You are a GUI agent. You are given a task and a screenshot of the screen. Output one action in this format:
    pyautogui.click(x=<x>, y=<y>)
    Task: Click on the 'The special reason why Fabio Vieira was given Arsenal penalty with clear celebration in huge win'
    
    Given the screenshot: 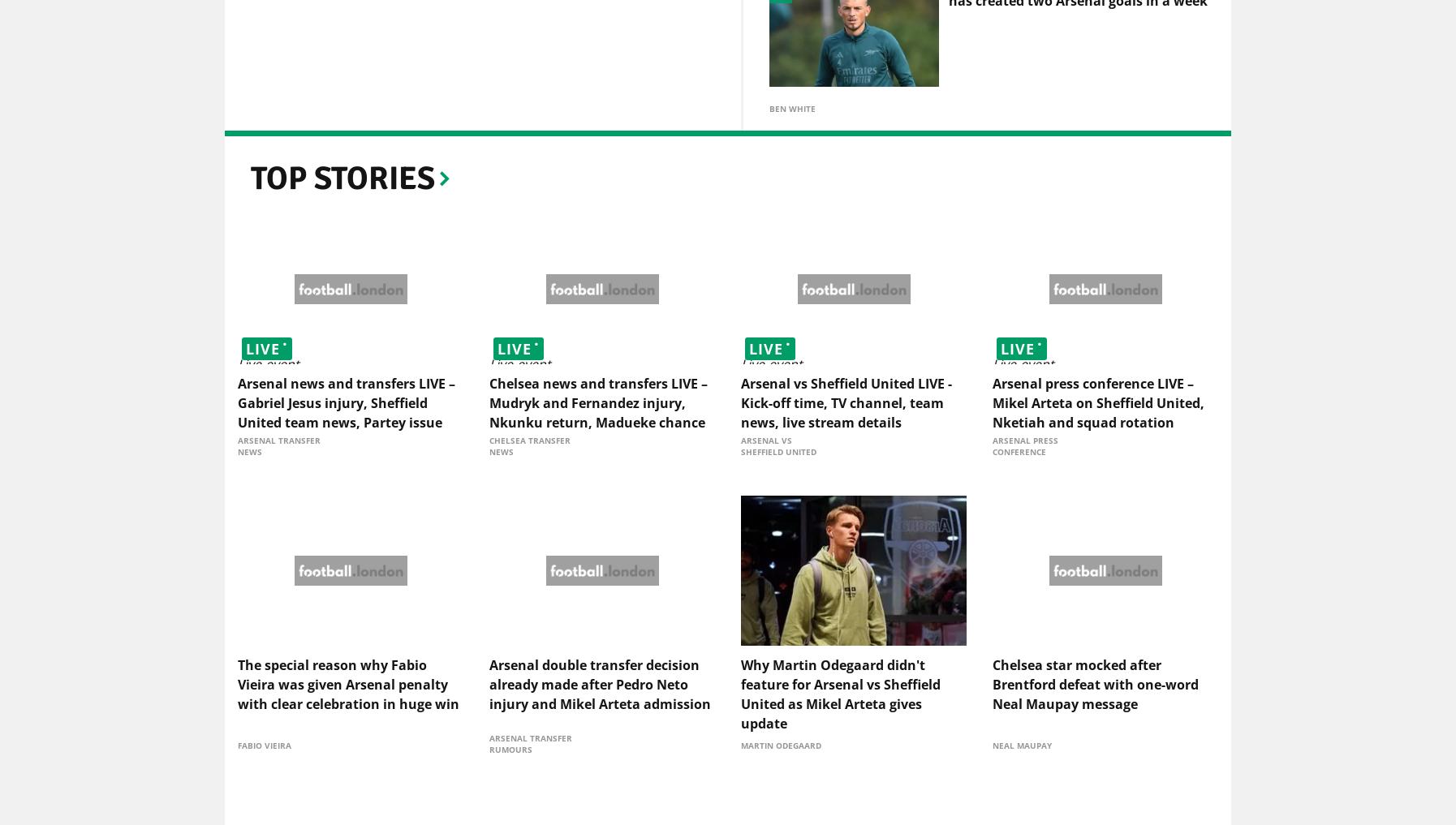 What is the action you would take?
    pyautogui.click(x=347, y=685)
    